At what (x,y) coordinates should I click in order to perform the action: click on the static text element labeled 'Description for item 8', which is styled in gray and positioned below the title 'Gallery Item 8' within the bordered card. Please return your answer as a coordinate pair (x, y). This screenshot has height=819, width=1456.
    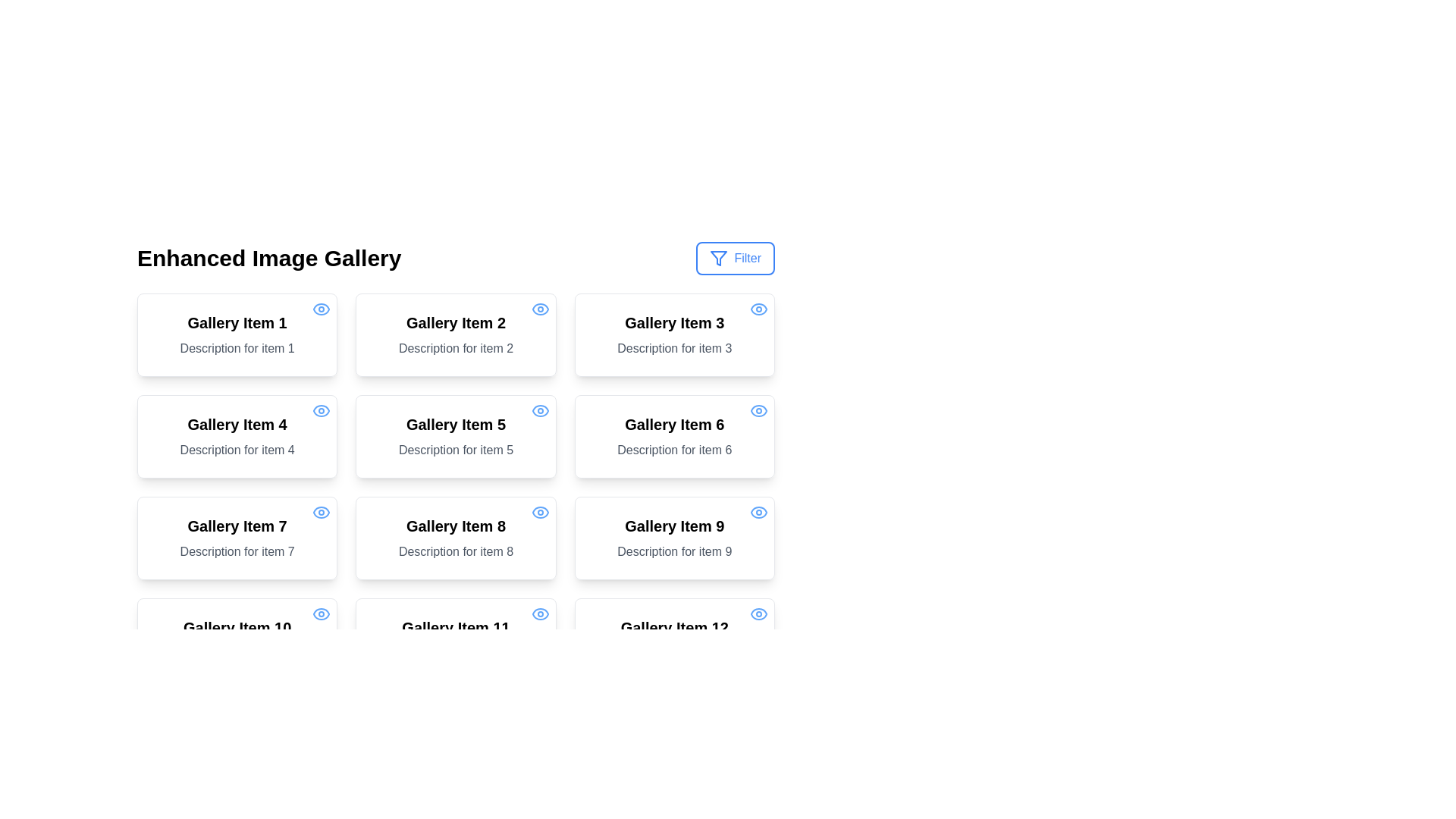
    Looking at the image, I should click on (455, 552).